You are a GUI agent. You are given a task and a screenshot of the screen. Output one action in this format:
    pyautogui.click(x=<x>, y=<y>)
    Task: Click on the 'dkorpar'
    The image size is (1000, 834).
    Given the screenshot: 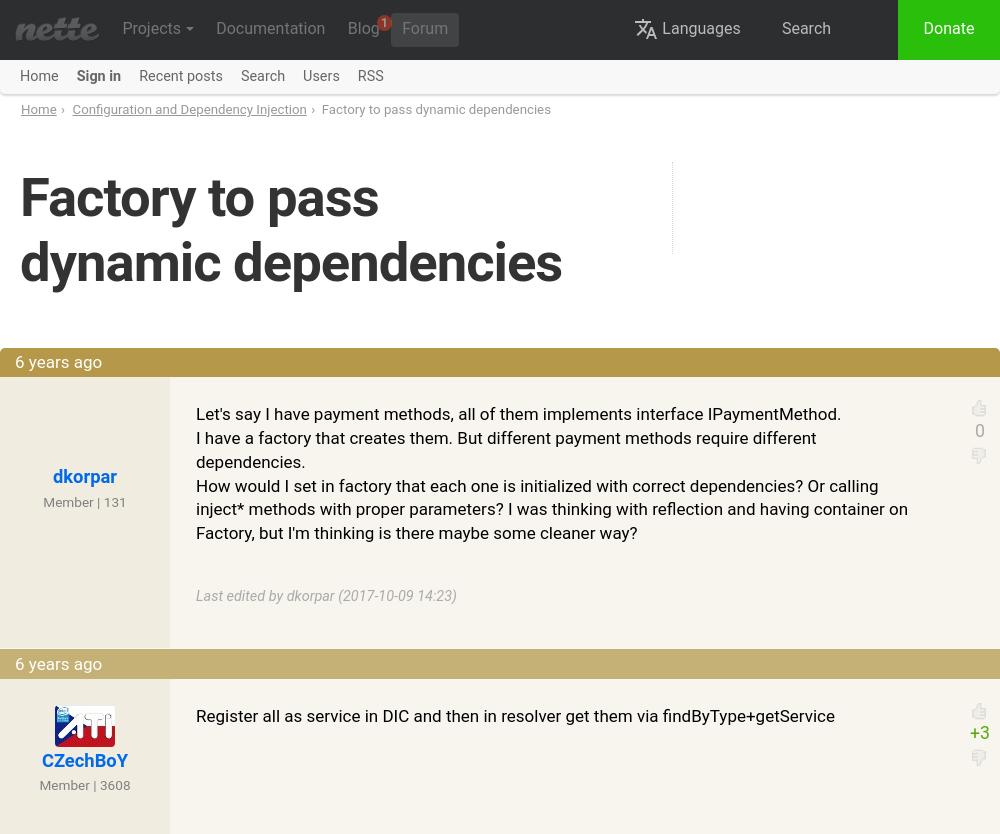 What is the action you would take?
    pyautogui.click(x=83, y=476)
    